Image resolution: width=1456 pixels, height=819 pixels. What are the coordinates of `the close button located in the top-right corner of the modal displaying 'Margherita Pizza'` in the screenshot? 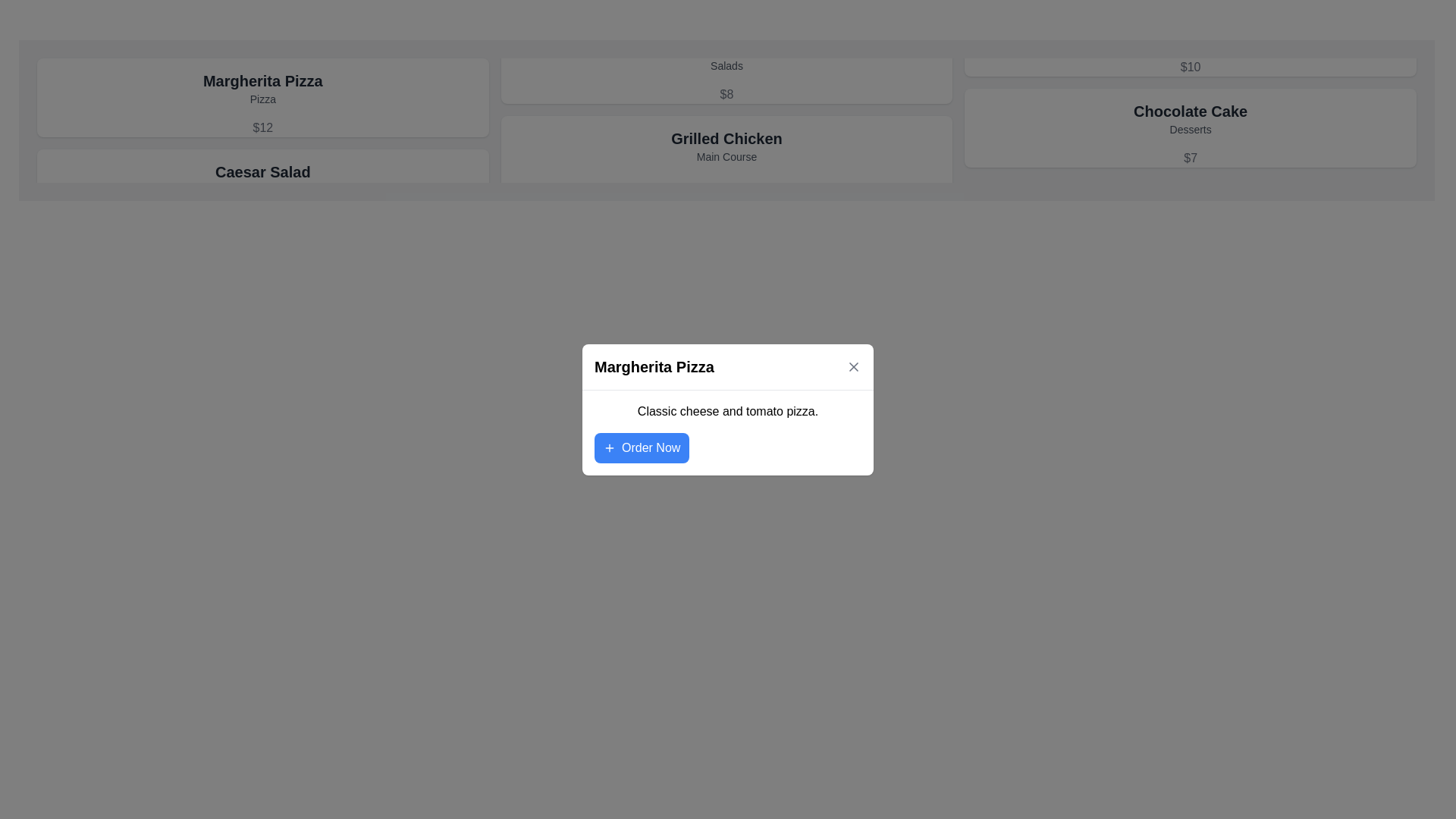 It's located at (854, 366).